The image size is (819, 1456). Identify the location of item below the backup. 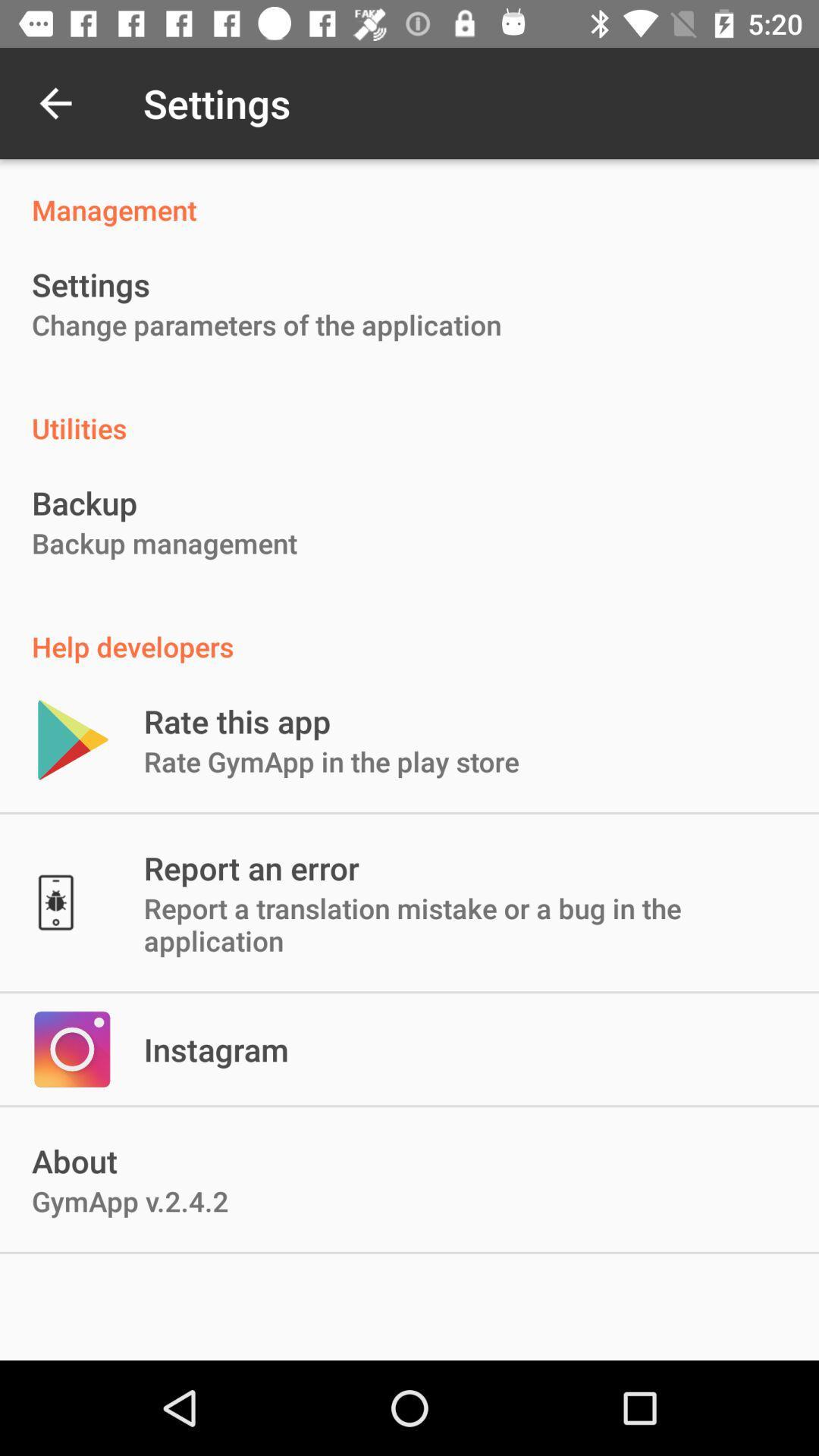
(165, 543).